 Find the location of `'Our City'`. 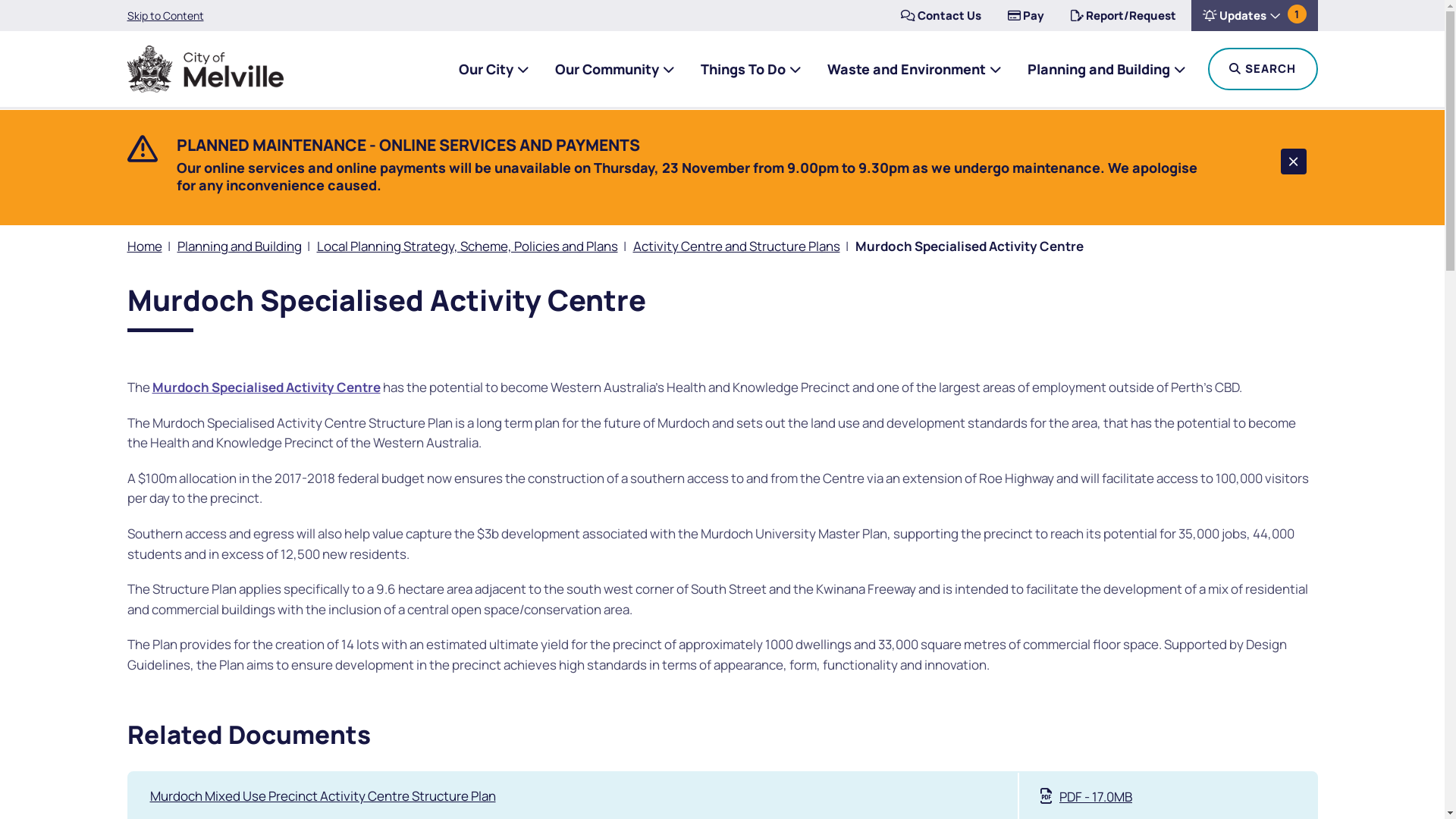

'Our City' is located at coordinates (457, 69).